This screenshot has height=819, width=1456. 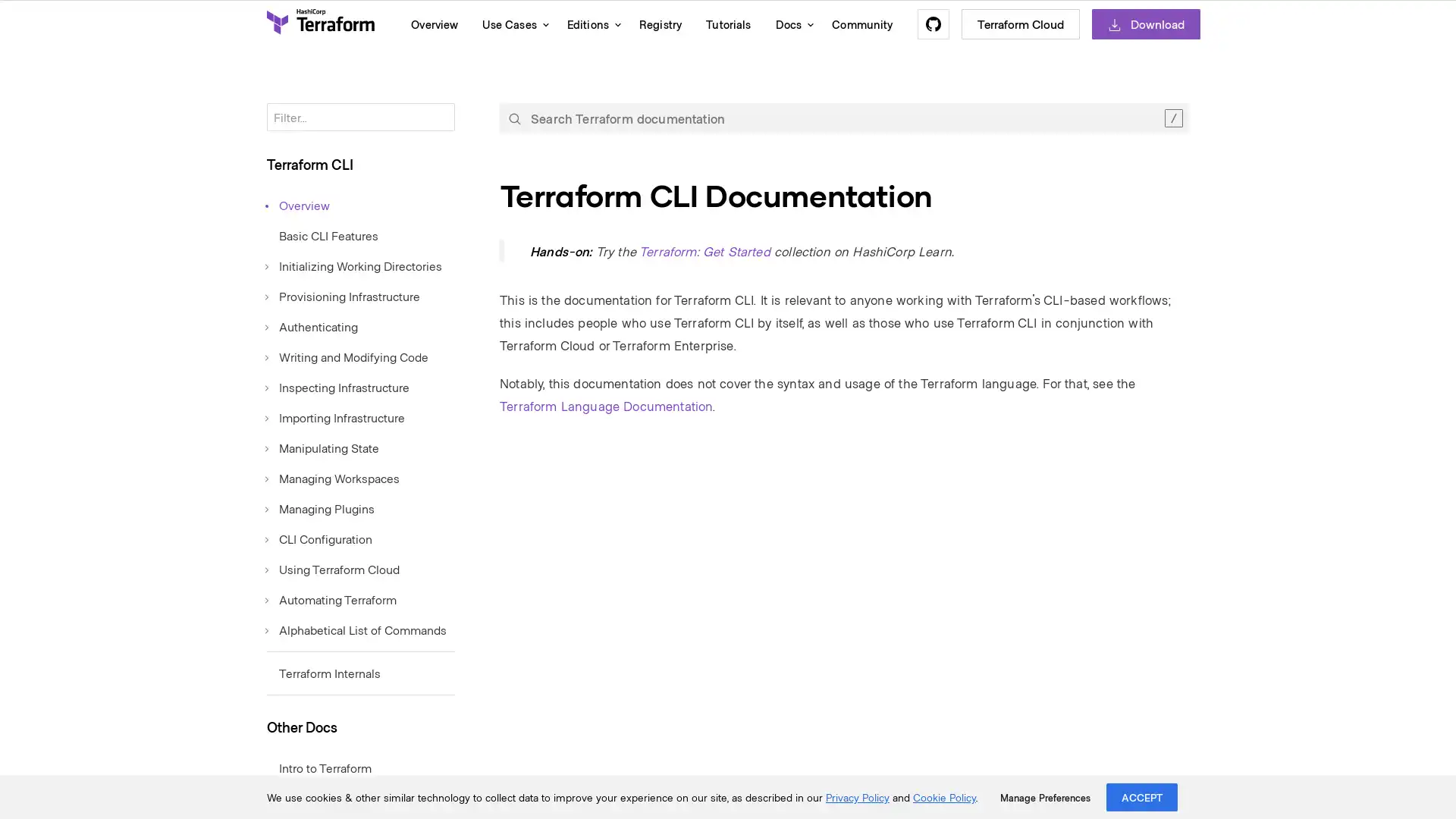 What do you see at coordinates (1172, 117) in the screenshot?
I see `Clear the search query.` at bounding box center [1172, 117].